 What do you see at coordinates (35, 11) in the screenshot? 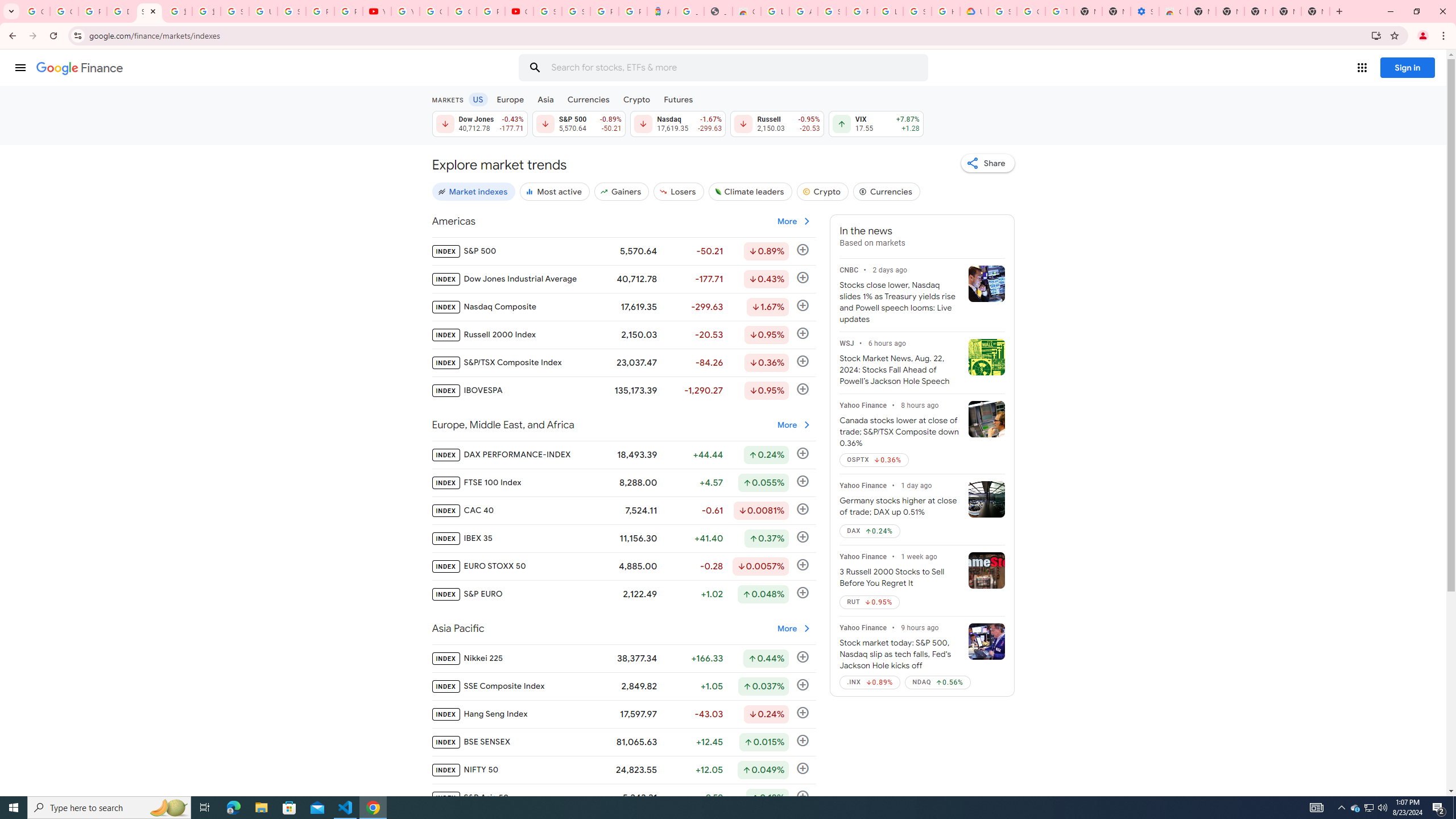
I see `'Google Workspace Admin Community'` at bounding box center [35, 11].